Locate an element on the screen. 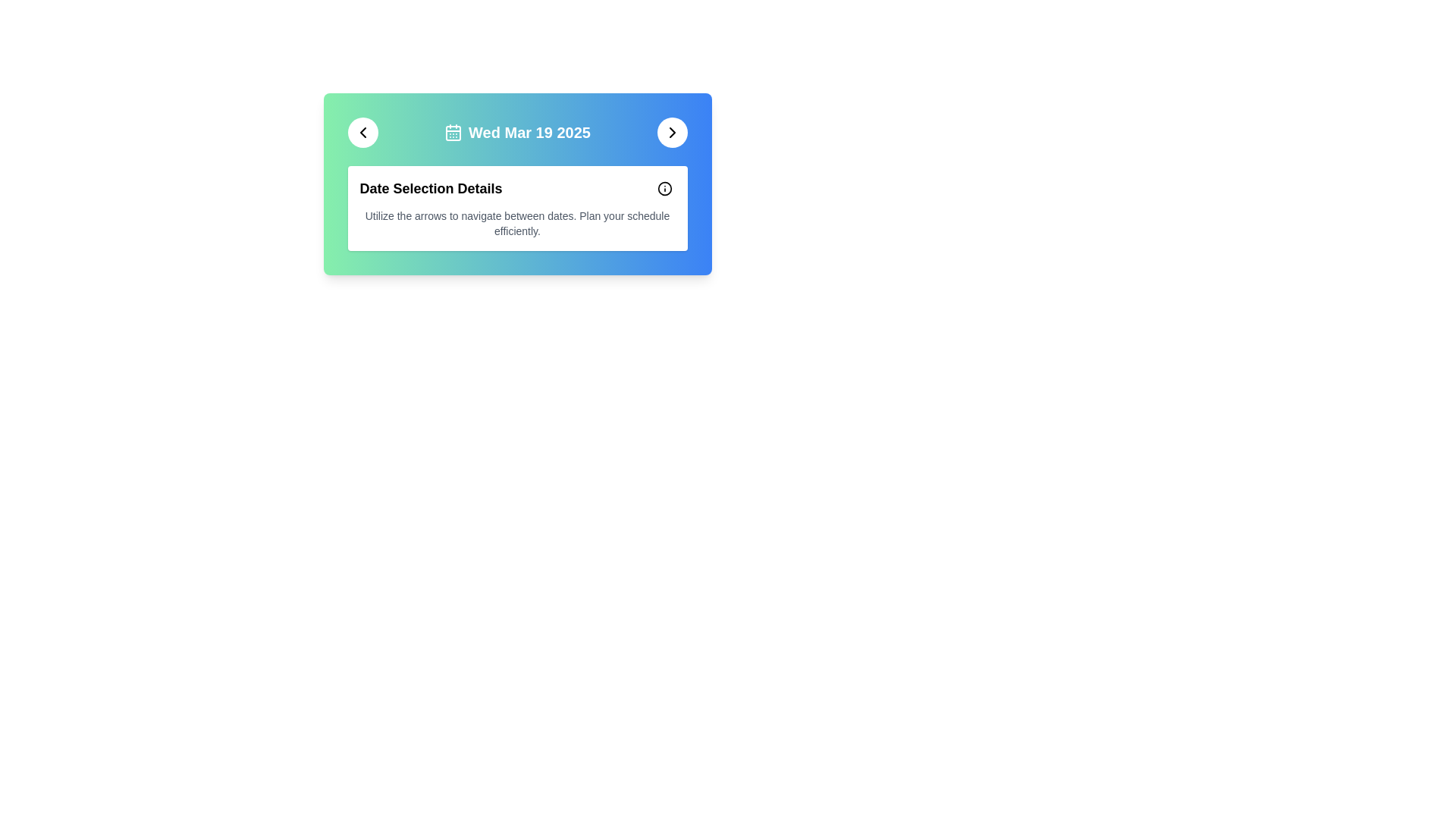  the interactive information icon located at the top-right corner of the 'Date Selection Details' section is located at coordinates (664, 188).